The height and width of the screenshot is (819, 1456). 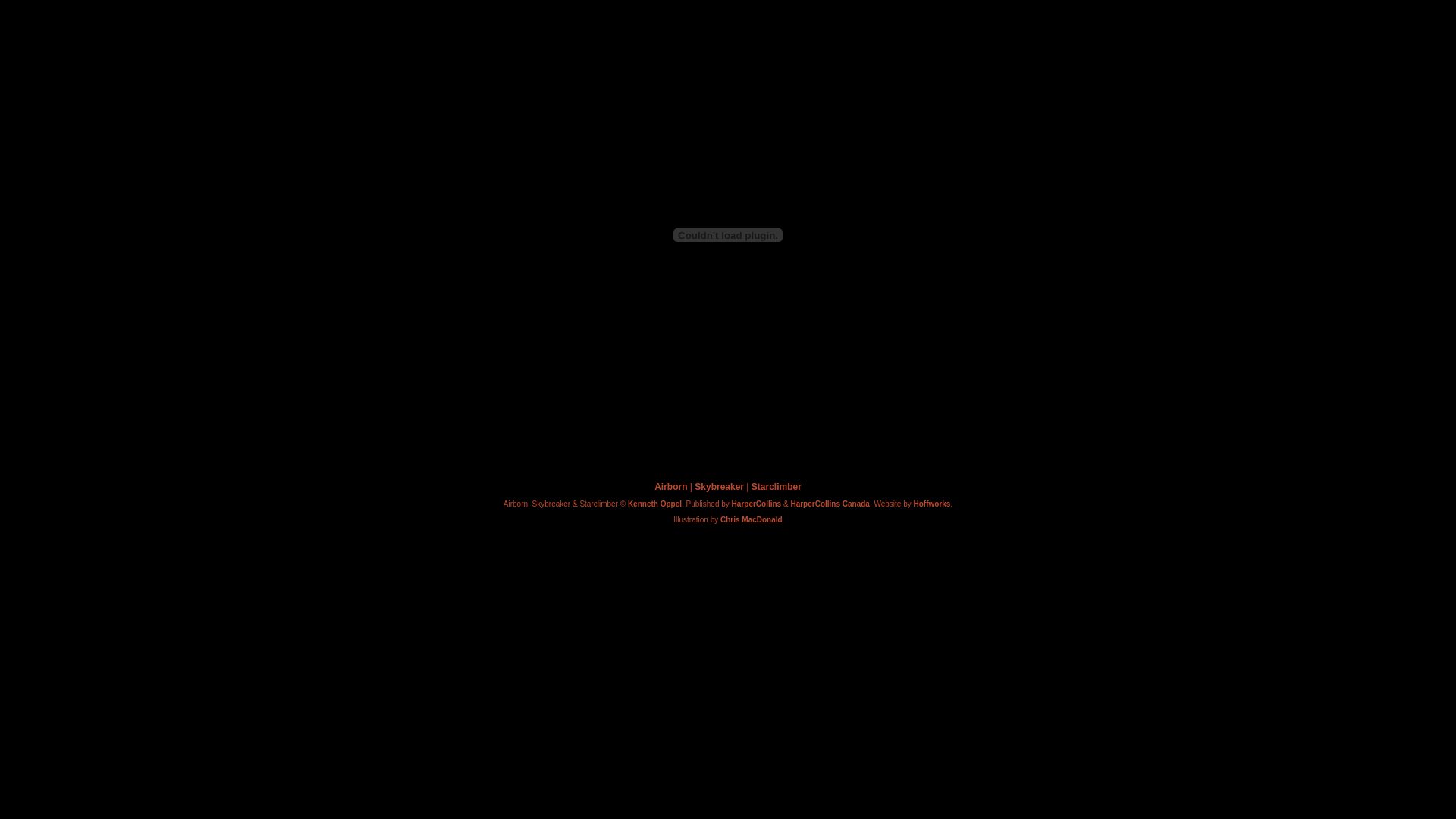 What do you see at coordinates (829, 504) in the screenshot?
I see `'HarperCollins Canada'` at bounding box center [829, 504].